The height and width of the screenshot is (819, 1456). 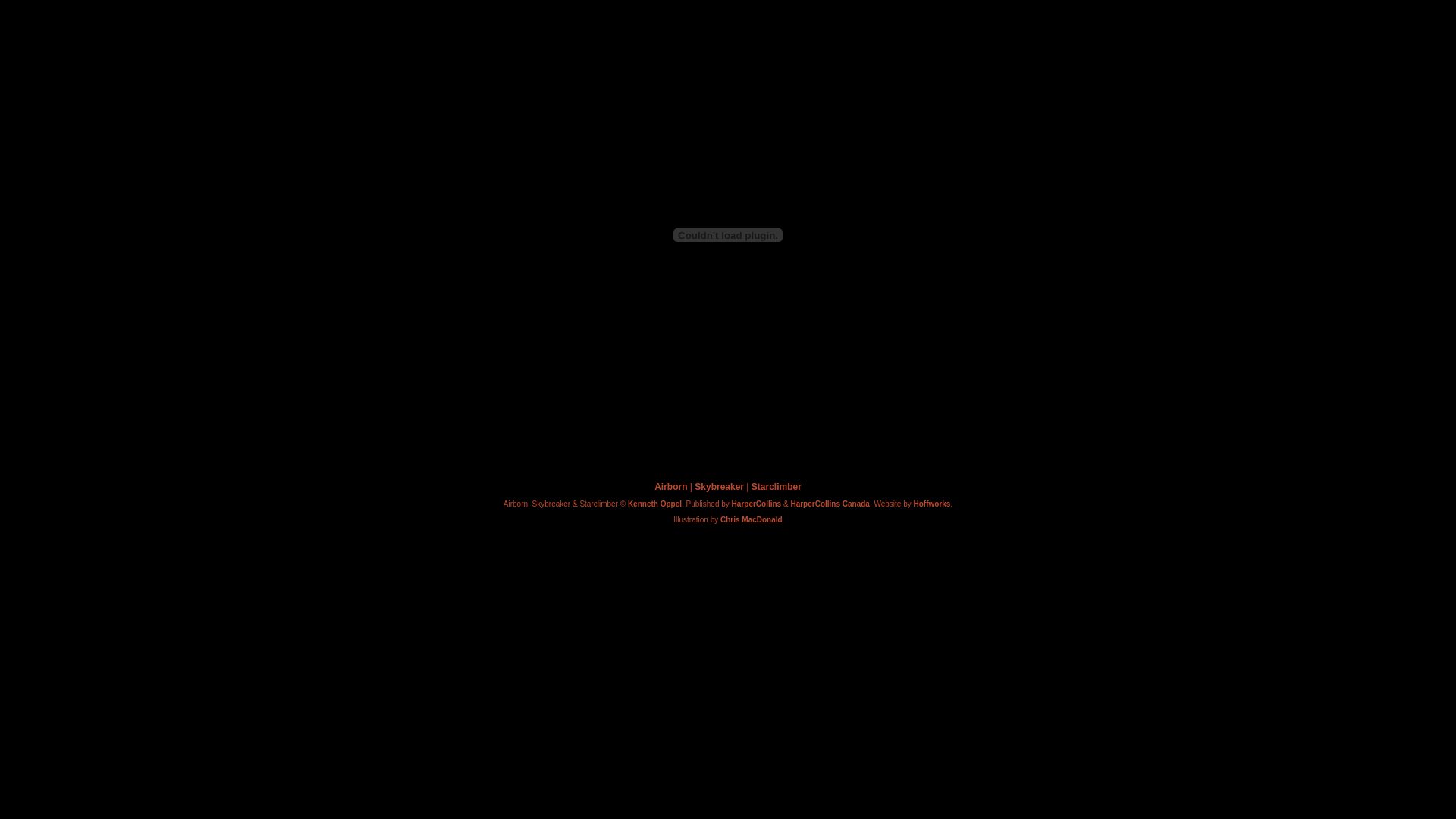 What do you see at coordinates (829, 504) in the screenshot?
I see `'HarperCollins Canada'` at bounding box center [829, 504].